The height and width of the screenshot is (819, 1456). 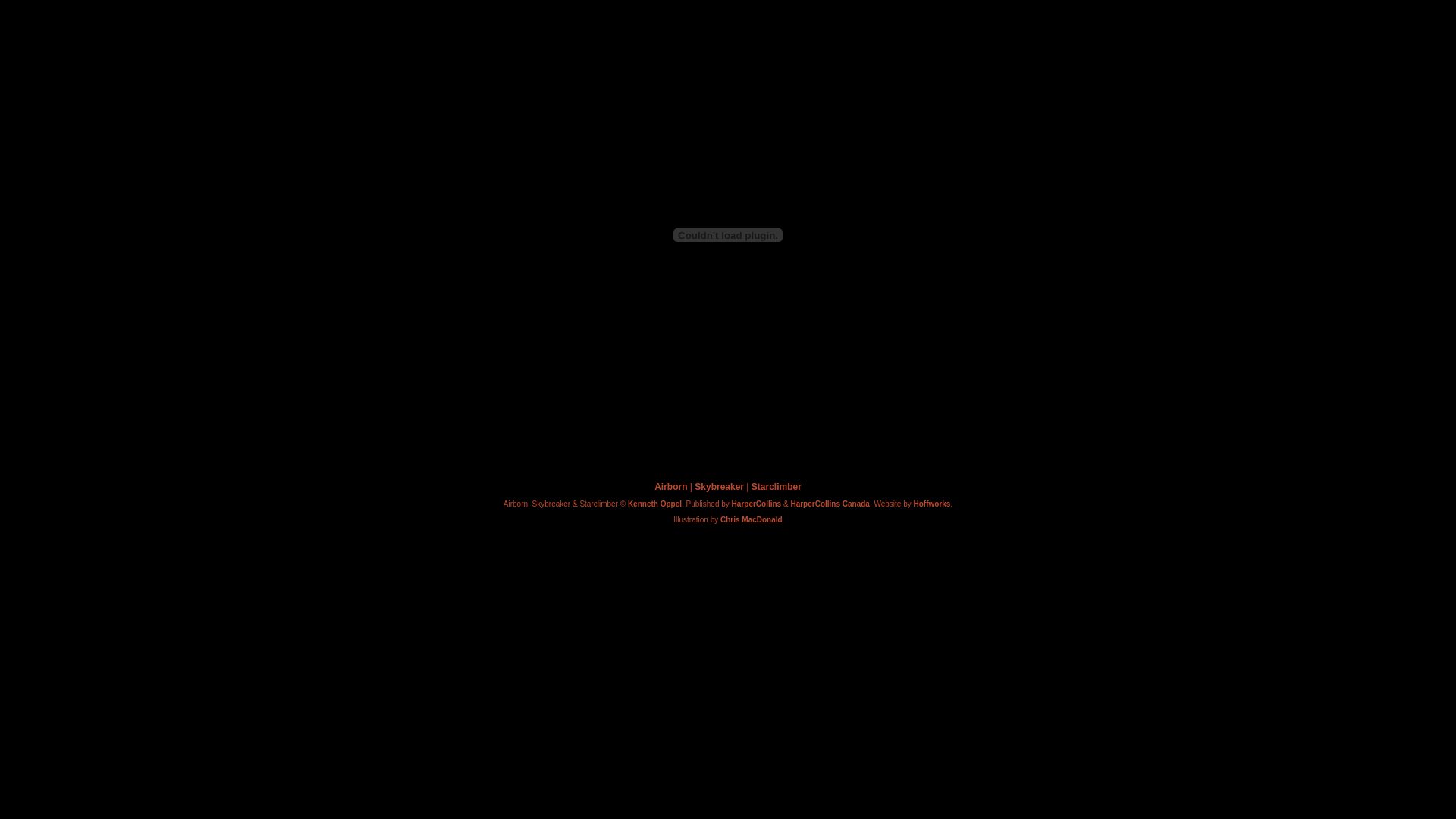 What do you see at coordinates (829, 504) in the screenshot?
I see `'HarperCollins Canada'` at bounding box center [829, 504].